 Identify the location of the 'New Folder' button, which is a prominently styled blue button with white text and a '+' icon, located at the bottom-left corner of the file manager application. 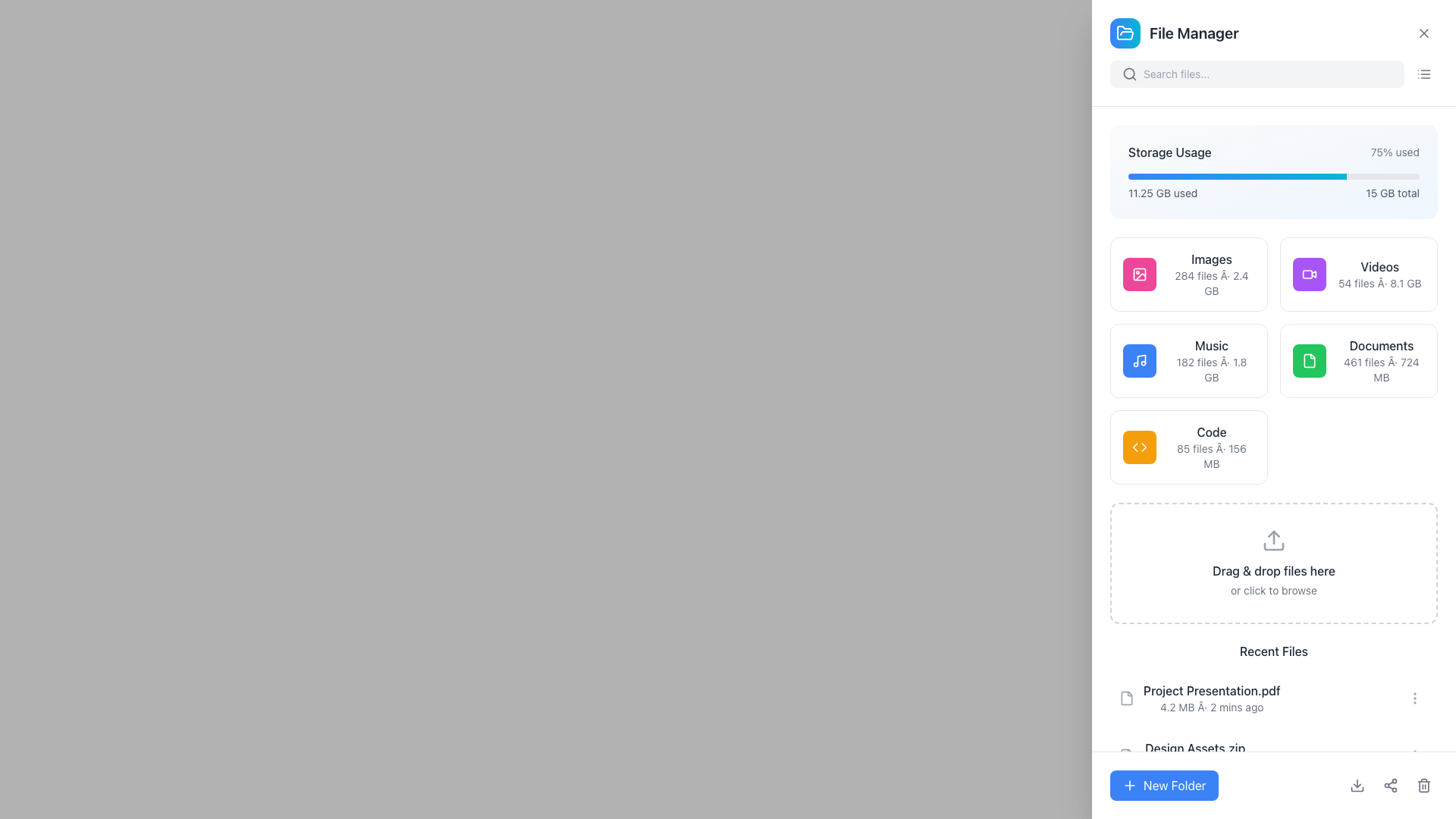
(1163, 785).